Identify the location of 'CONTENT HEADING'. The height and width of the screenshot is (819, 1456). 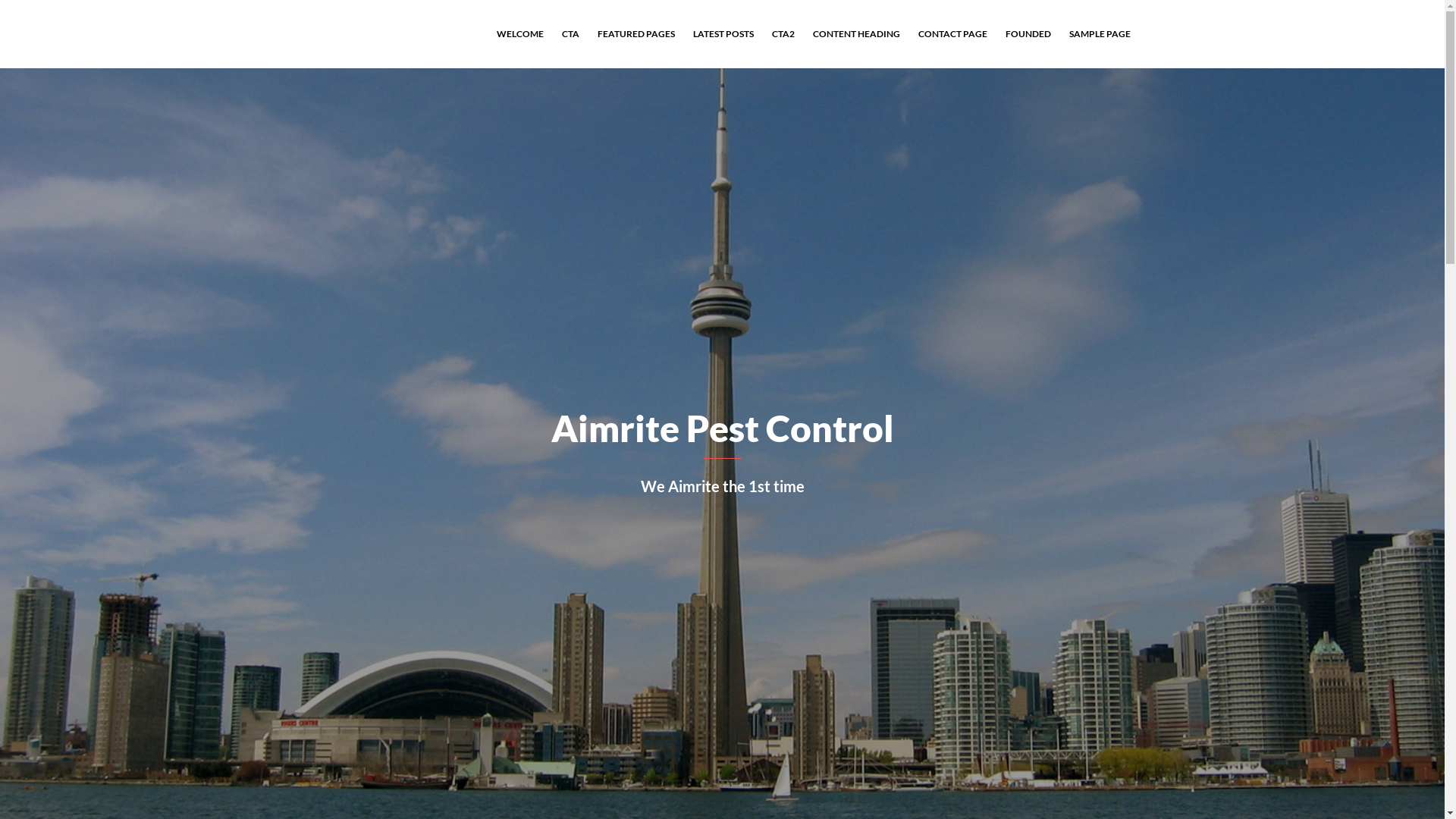
(856, 34).